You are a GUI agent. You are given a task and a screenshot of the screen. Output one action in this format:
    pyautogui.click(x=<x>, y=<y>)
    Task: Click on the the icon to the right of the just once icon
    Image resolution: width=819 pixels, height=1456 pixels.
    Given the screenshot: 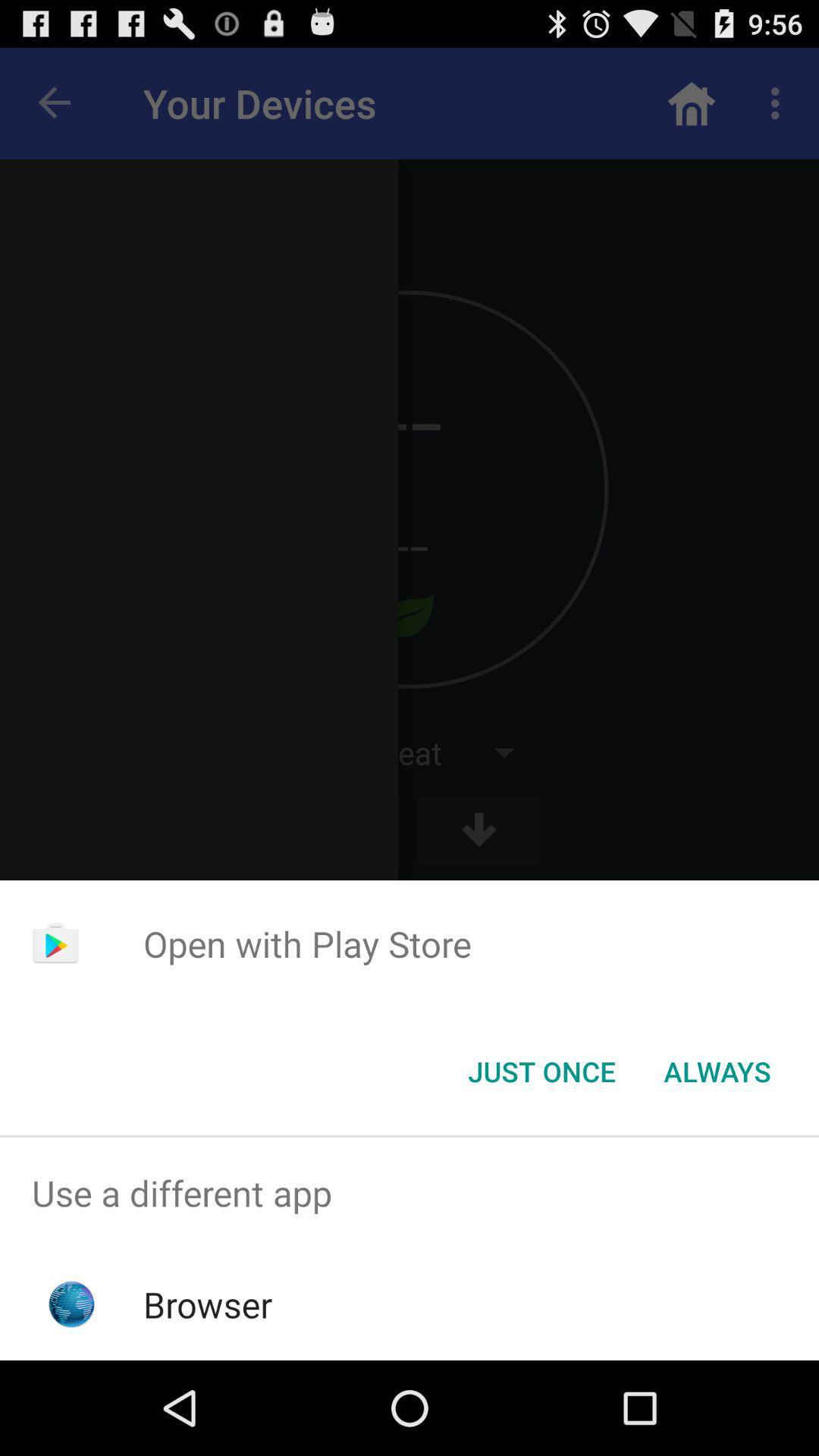 What is the action you would take?
    pyautogui.click(x=717, y=1070)
    